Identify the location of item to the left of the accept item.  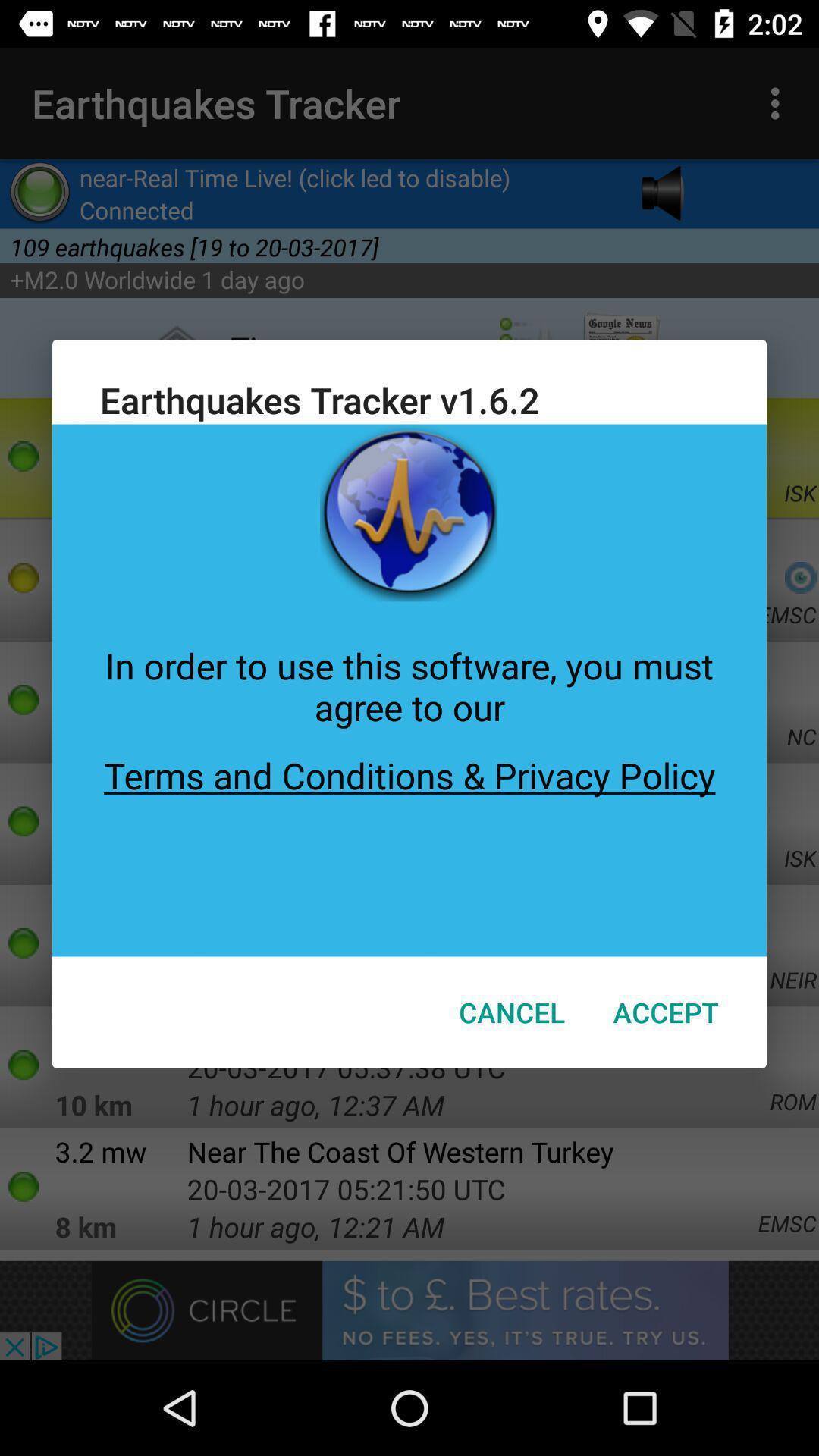
(512, 1012).